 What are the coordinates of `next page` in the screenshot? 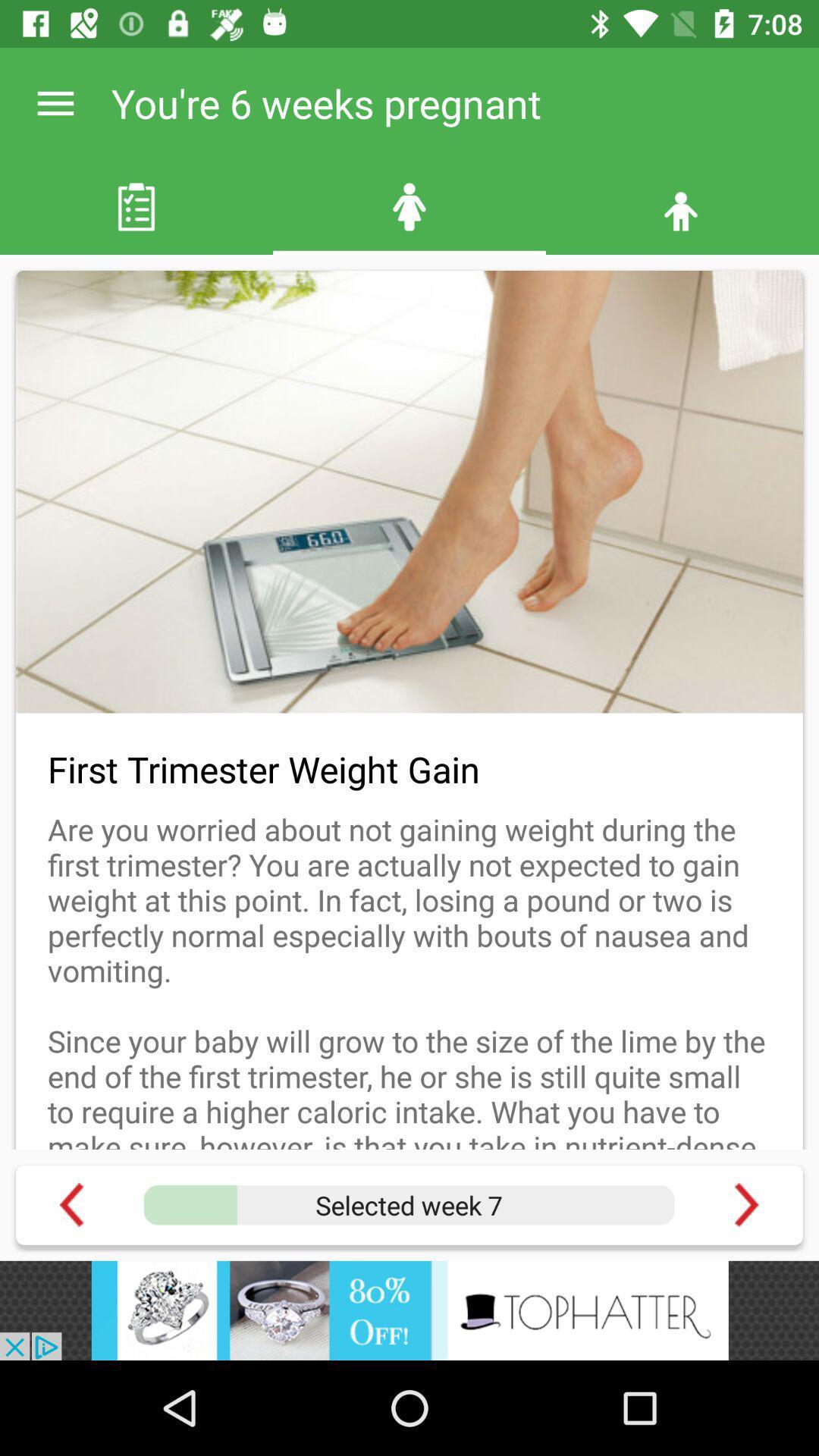 It's located at (745, 1204).